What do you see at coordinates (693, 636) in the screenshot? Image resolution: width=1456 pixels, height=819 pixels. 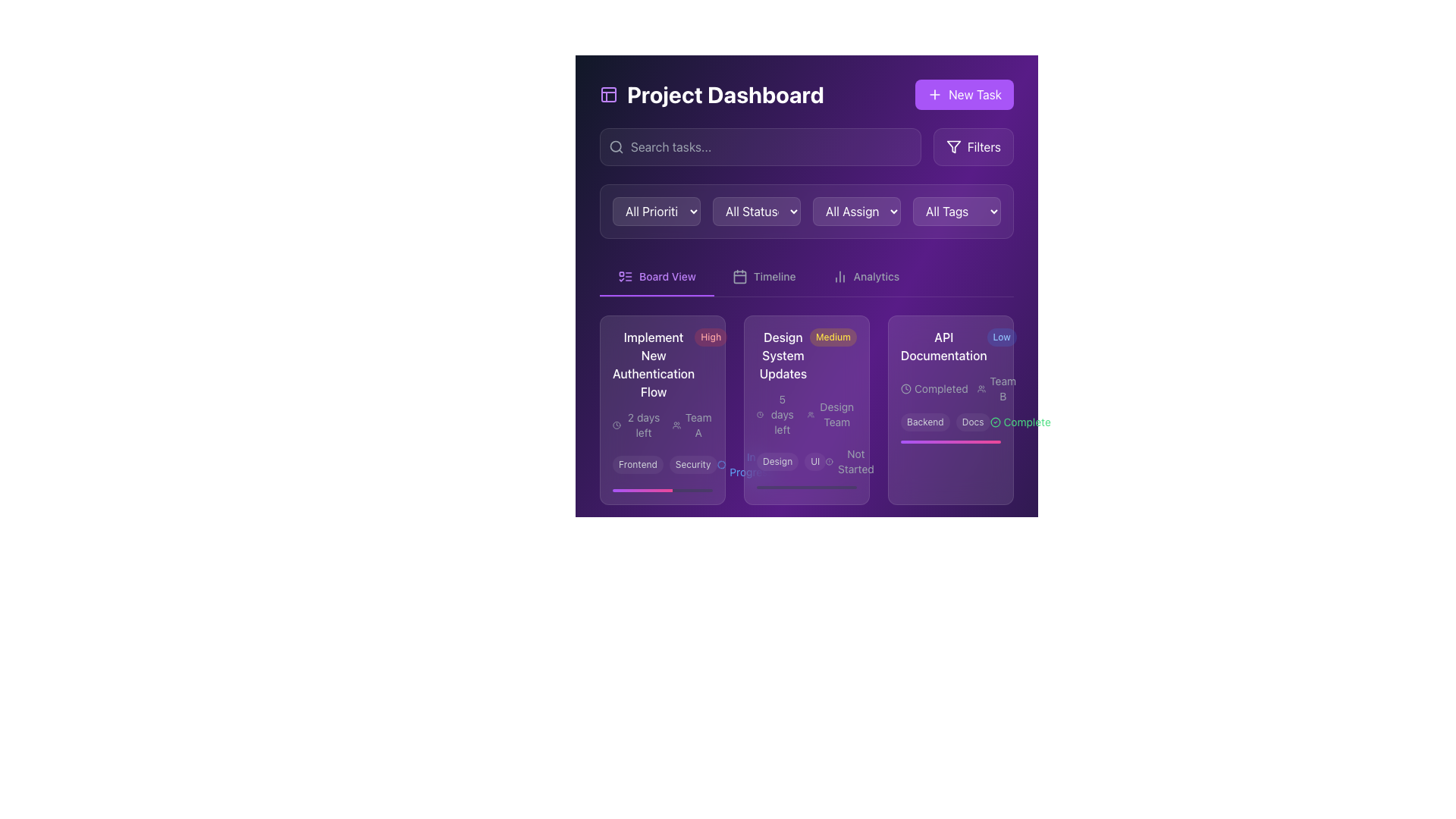 I see `the 'Backend' tag, which is a small, rounded rectangle located in the bottom right section of the 'API Documentation' card on the dashboard interface` at bounding box center [693, 636].